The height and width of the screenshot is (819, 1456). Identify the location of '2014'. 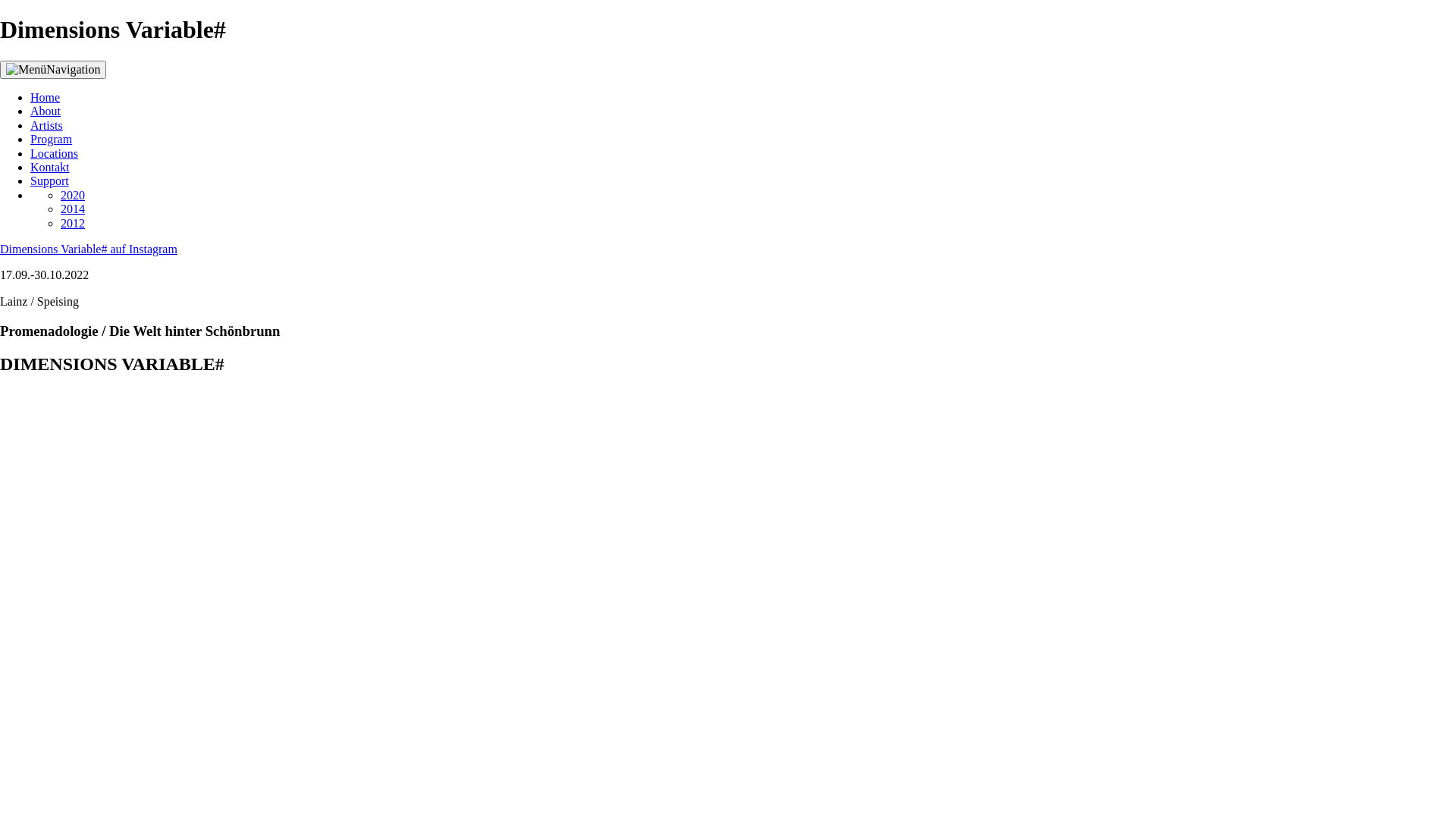
(72, 209).